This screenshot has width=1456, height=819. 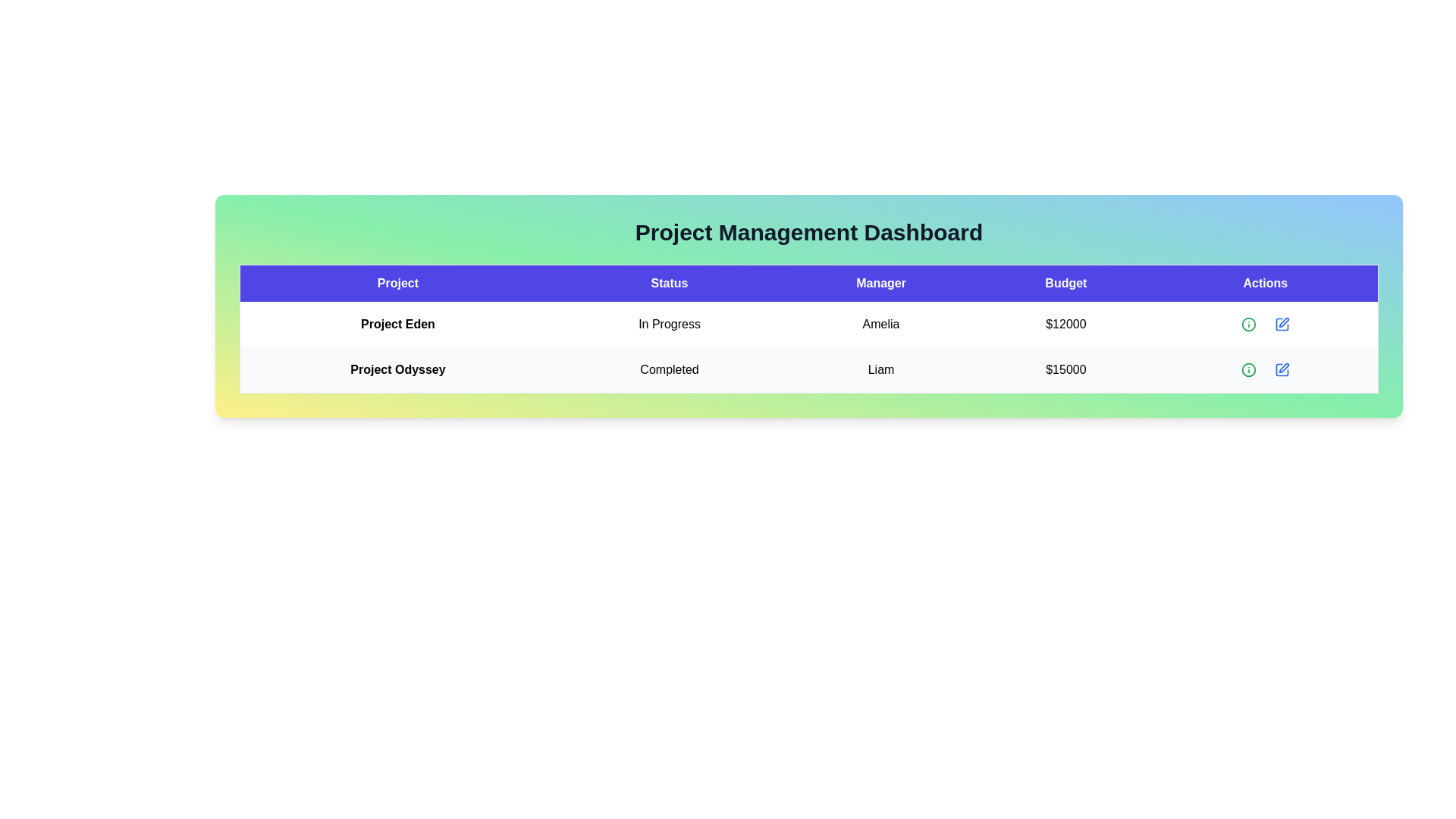 What do you see at coordinates (1281, 324) in the screenshot?
I see `the blue edit icon (pen and square combination) located in the 'Actions' column of the 'Project Eden' row in the data table to initiate the edit action` at bounding box center [1281, 324].